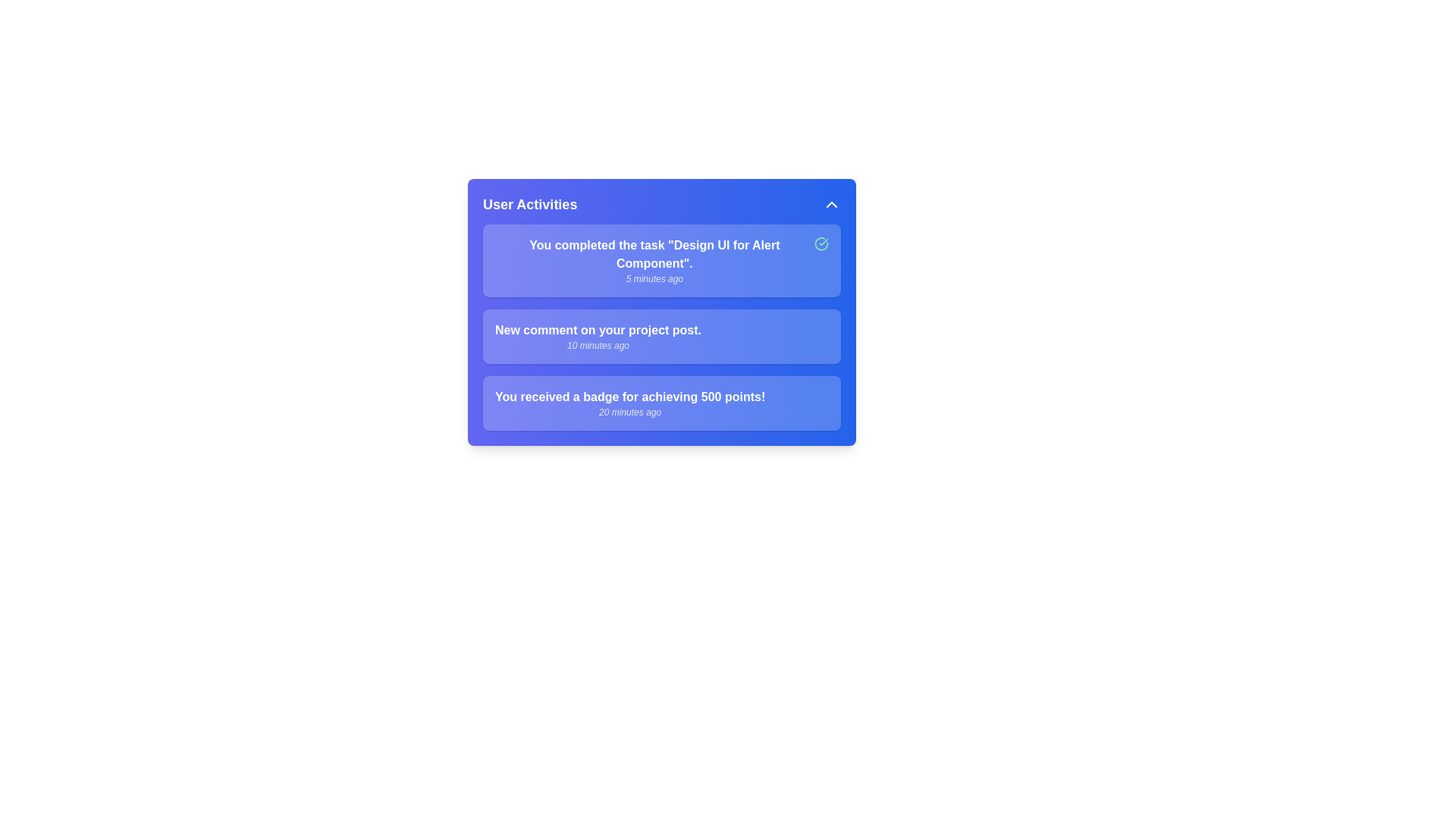  Describe the element at coordinates (662, 335) in the screenshot. I see `notification with the main text 'New comment on your project post.' displayed in bold on the semi-transparent white card within the 'User Activities' list` at that location.